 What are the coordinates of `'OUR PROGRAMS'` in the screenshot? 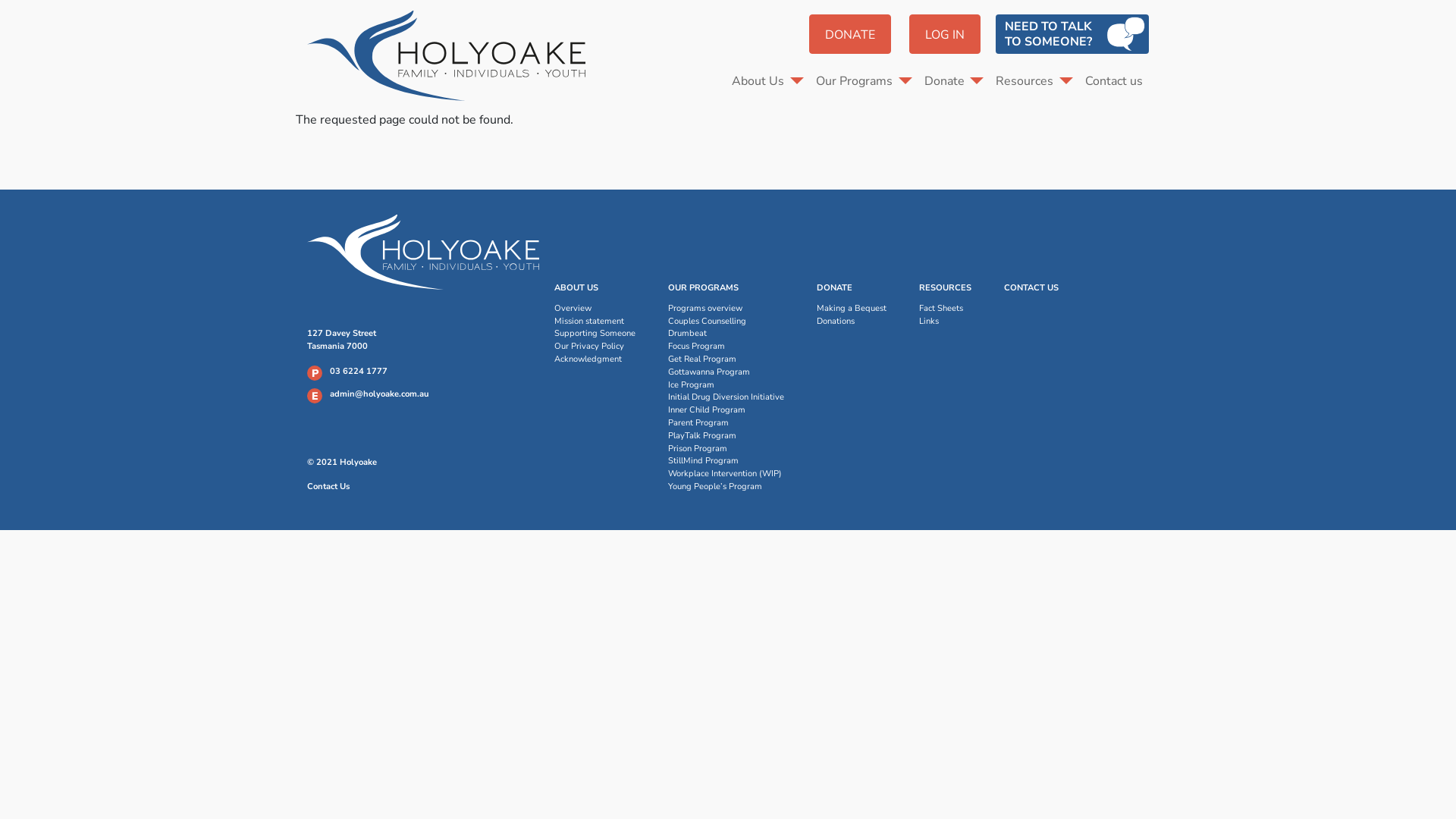 It's located at (702, 288).